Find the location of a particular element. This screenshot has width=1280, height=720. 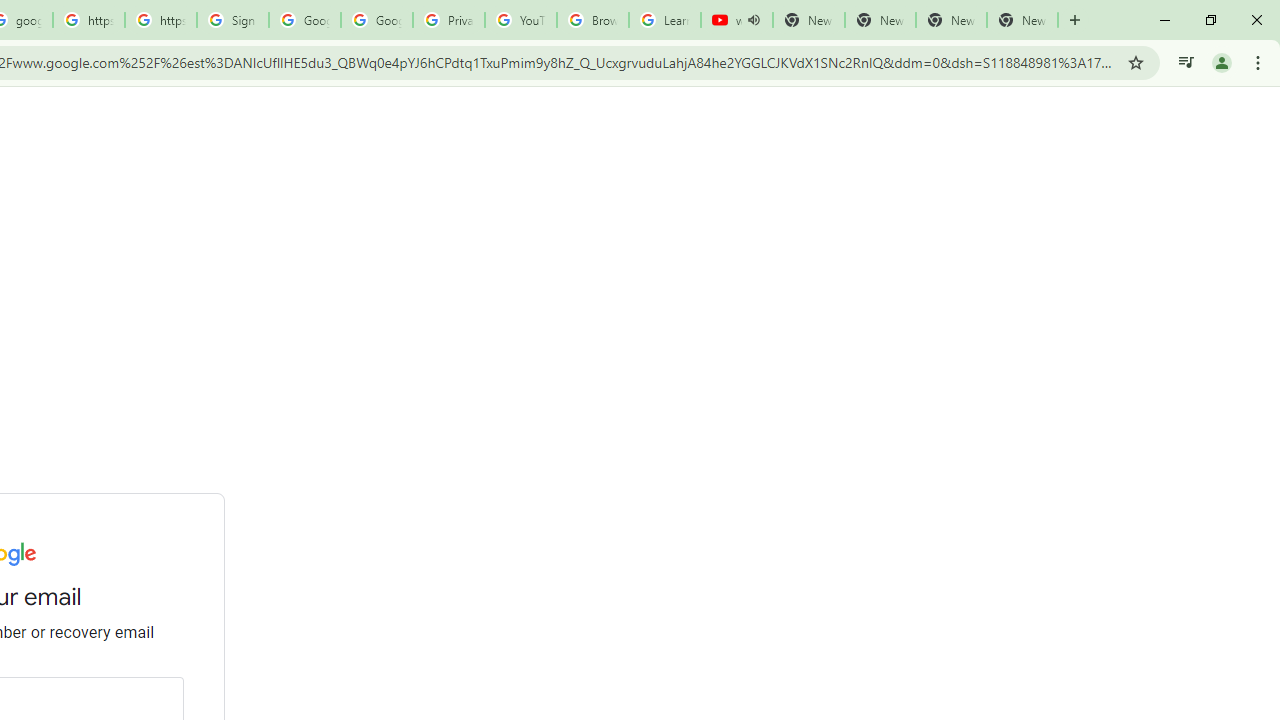

'https://scholar.google.com/' is located at coordinates (87, 20).